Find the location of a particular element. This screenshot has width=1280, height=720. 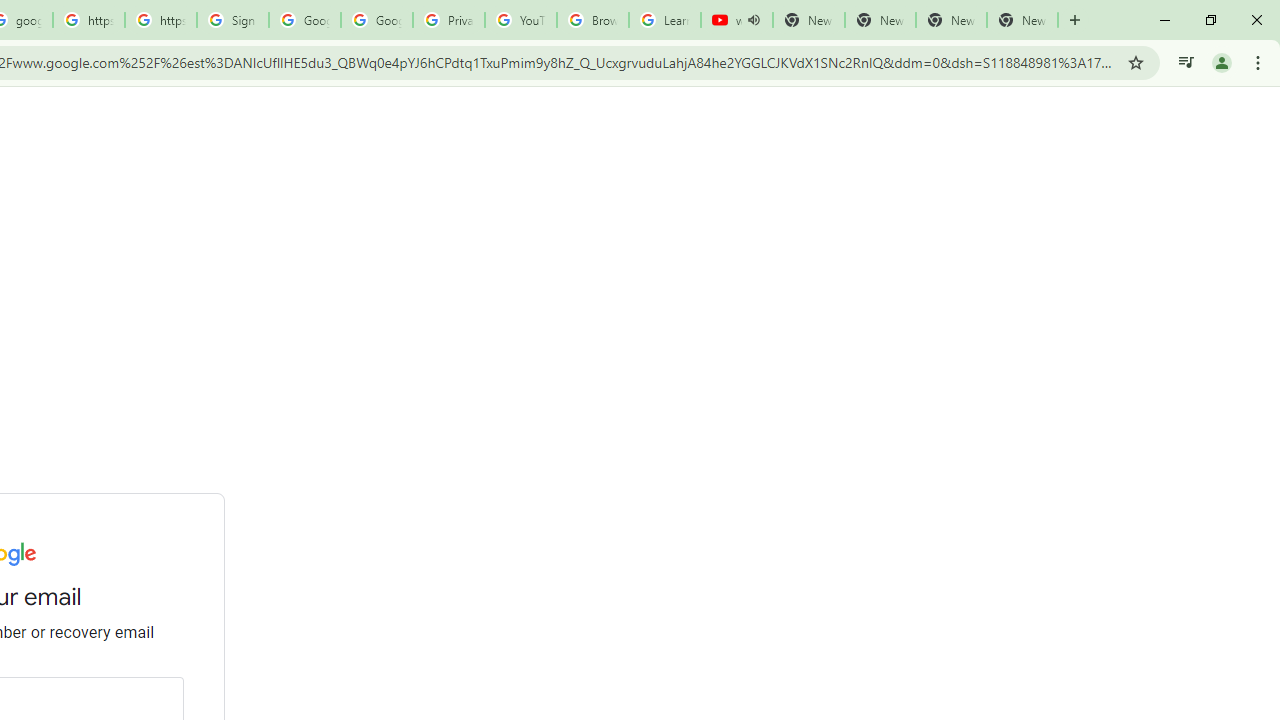

'https://scholar.google.com/' is located at coordinates (87, 20).